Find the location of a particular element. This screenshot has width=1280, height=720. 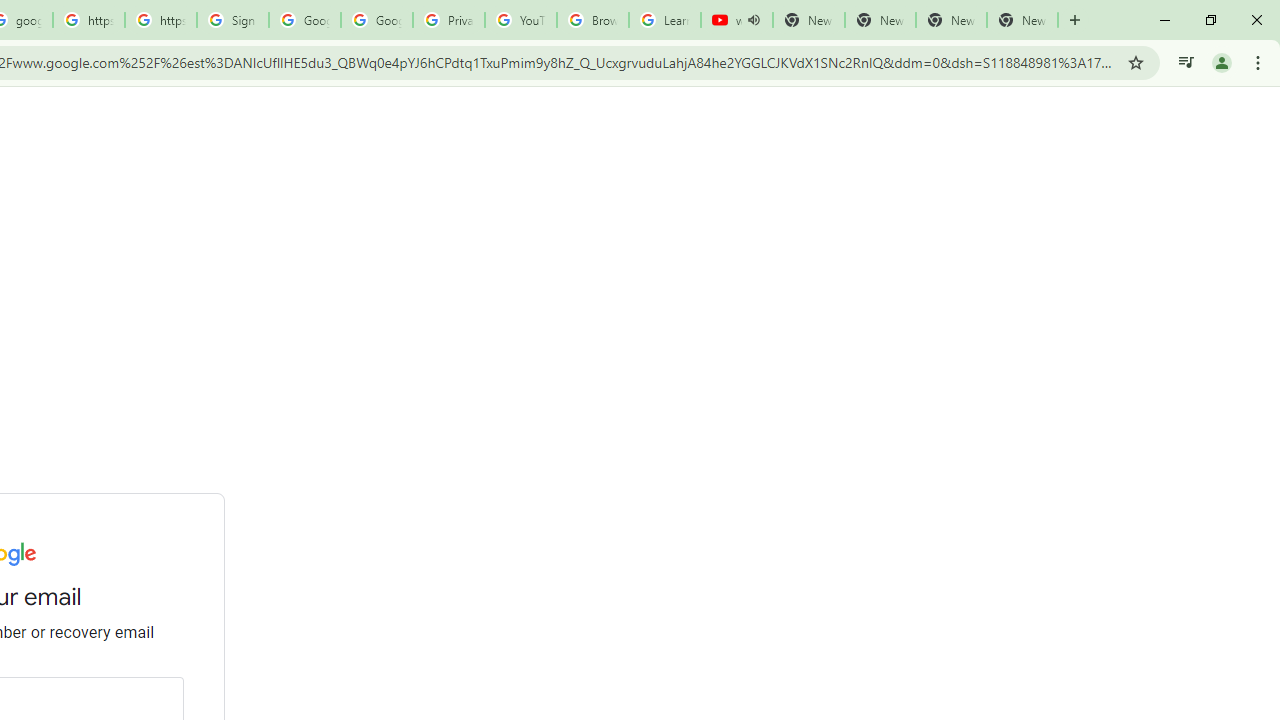

'https://scholar.google.com/' is located at coordinates (87, 20).